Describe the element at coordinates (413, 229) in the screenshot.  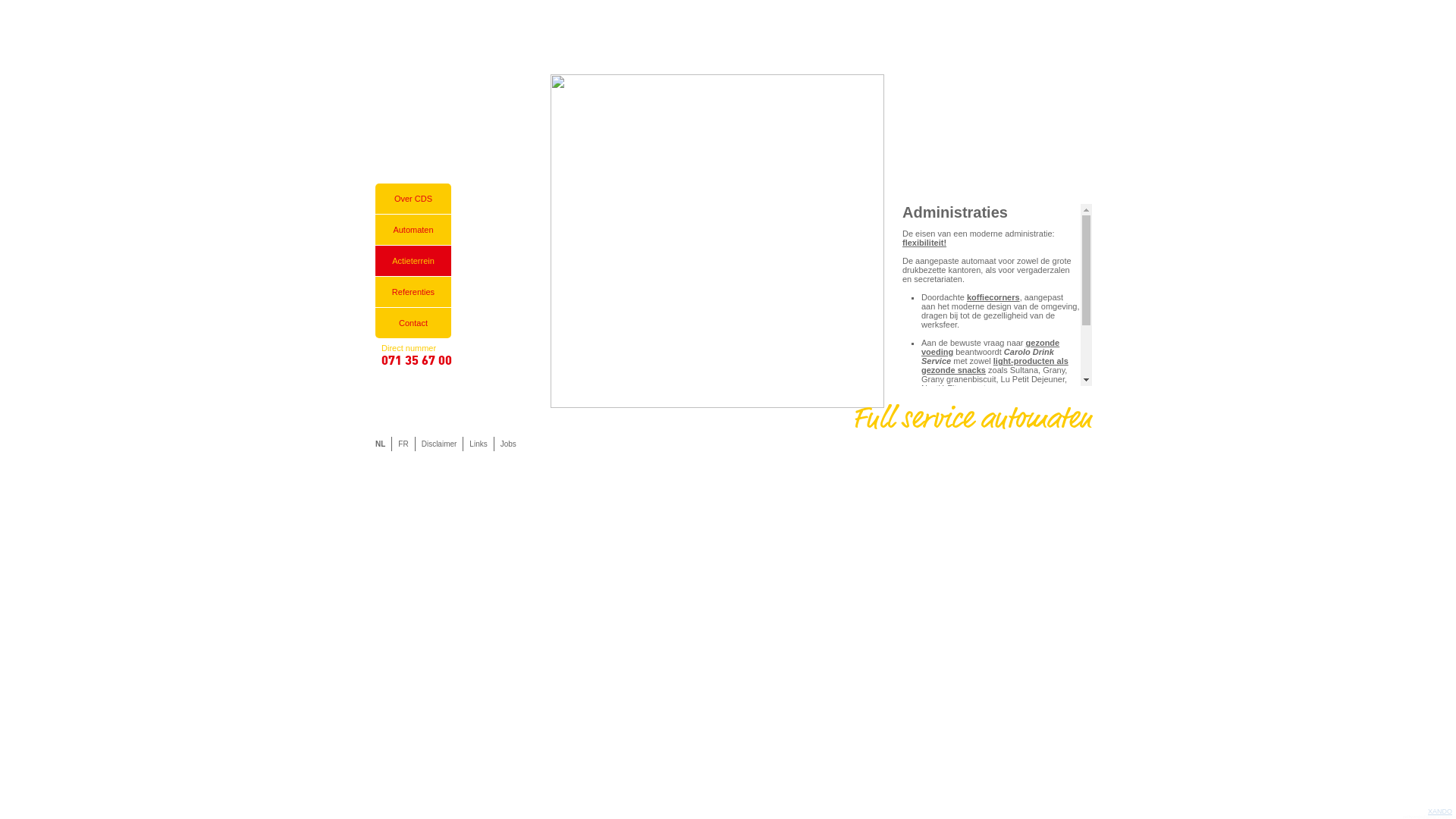
I see `'Automaten'` at that location.